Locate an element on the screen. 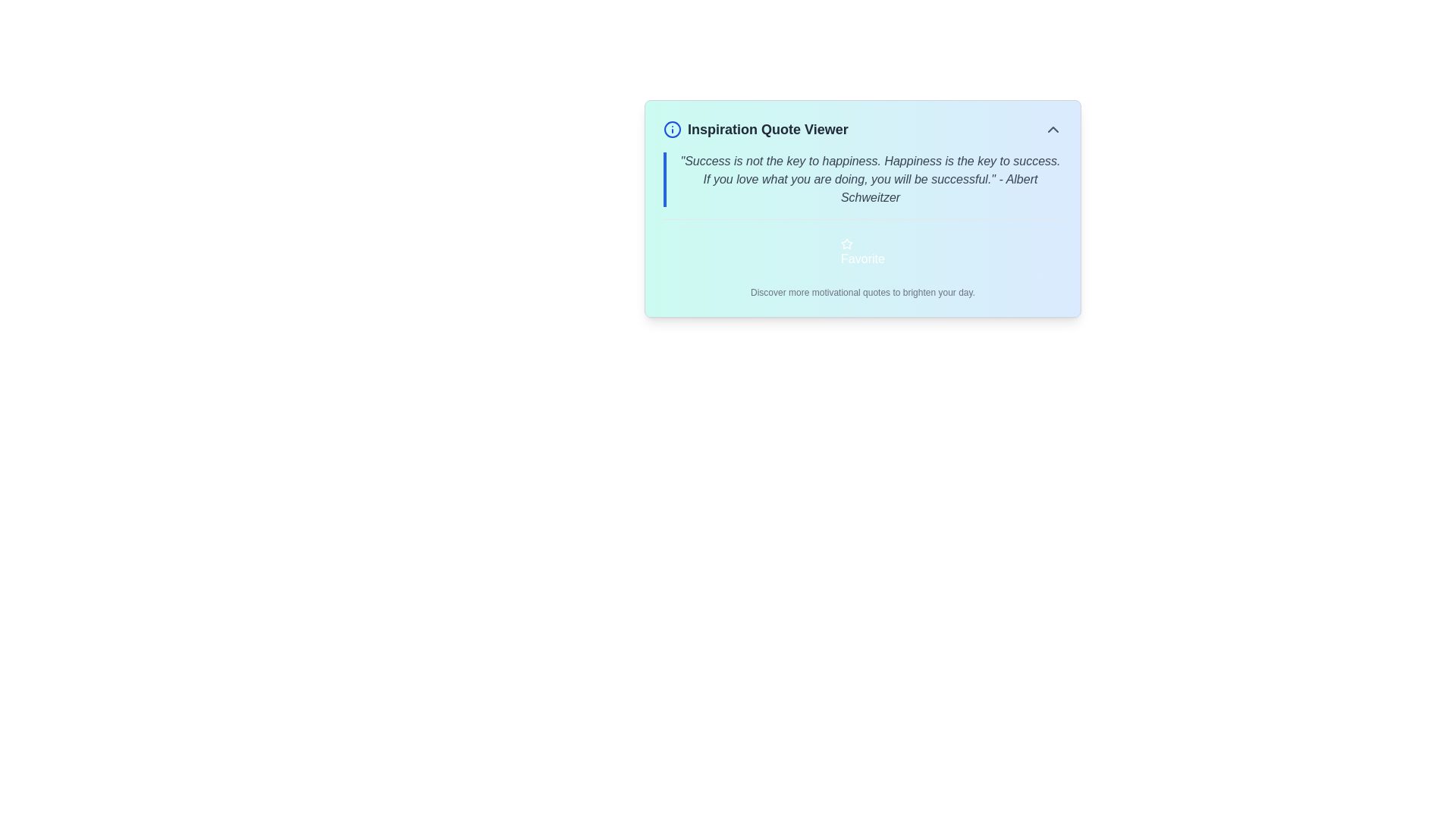  text from the heading labeled 'Inspiration Quote Viewer', which is displayed in bold, dark text and located beside a circular blue icon with an 'info' symbol is located at coordinates (755, 128).